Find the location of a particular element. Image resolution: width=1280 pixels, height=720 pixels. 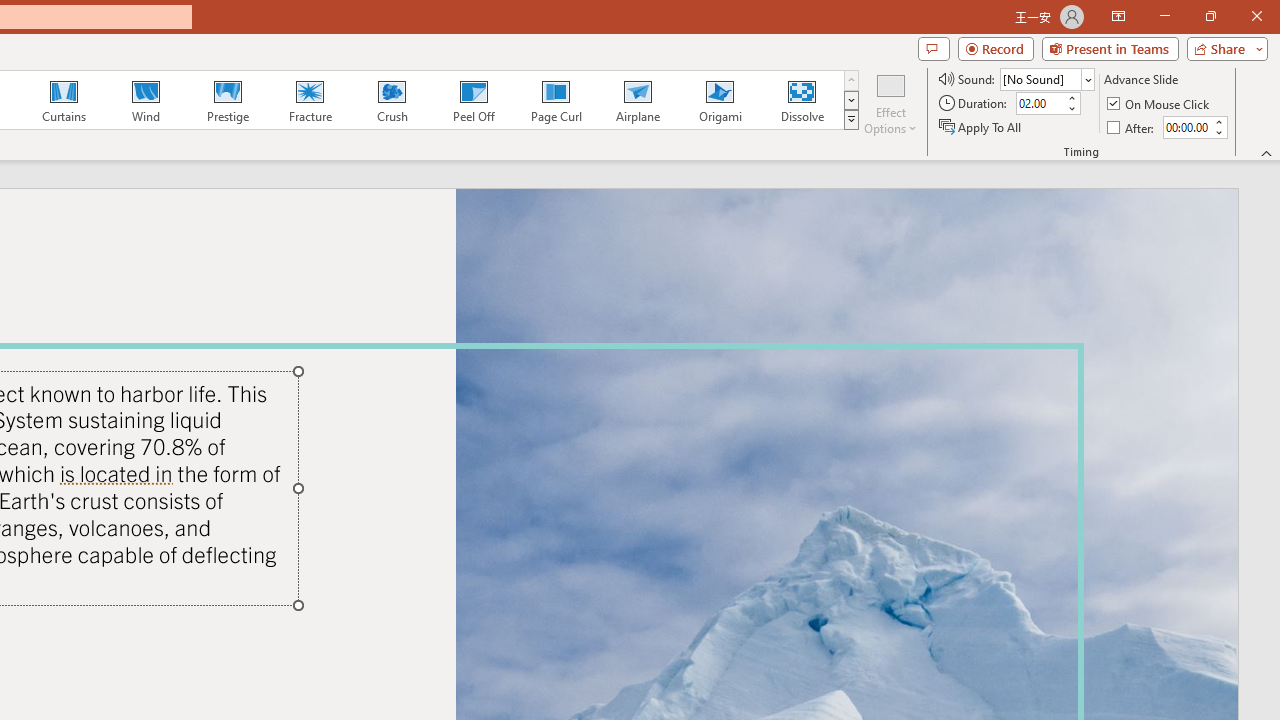

'Transition Effects' is located at coordinates (851, 120).